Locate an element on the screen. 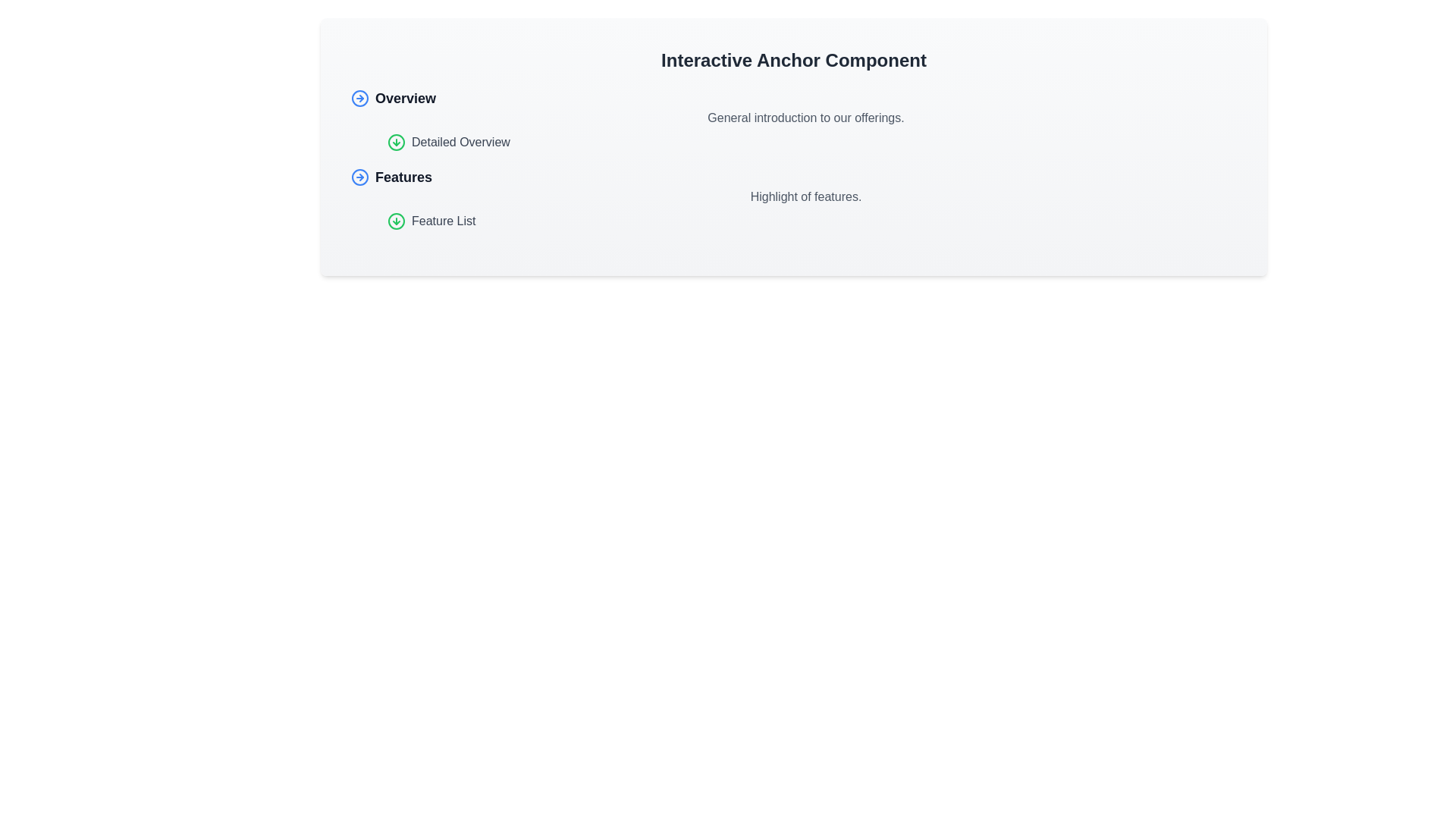 The width and height of the screenshot is (1456, 819). the circular vector graphic element located on the right side of the second entry in the vertical feature list is located at coordinates (397, 221).